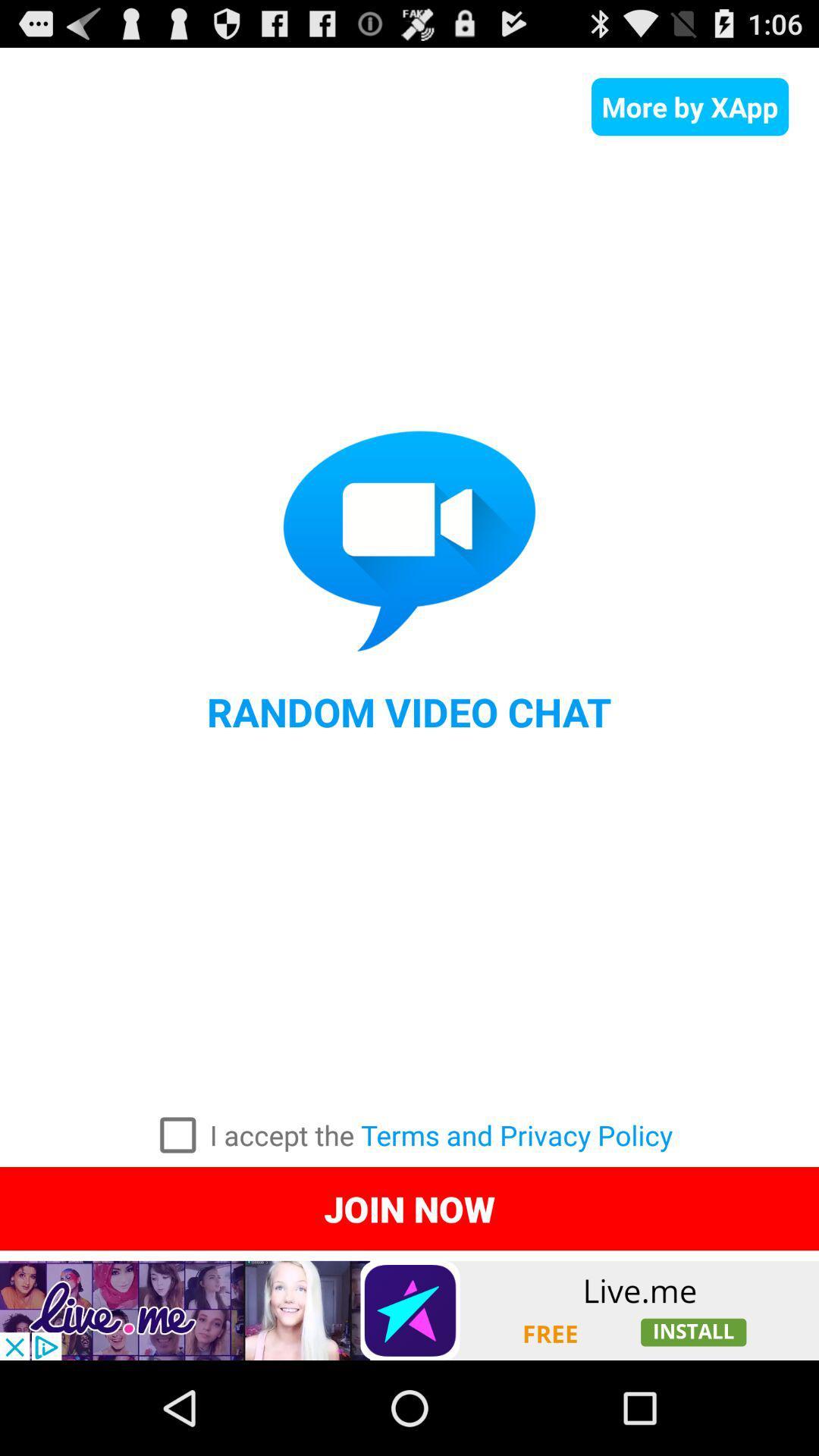 Image resolution: width=819 pixels, height=1456 pixels. Describe the element at coordinates (409, 1310) in the screenshot. I see `advertisement` at that location.